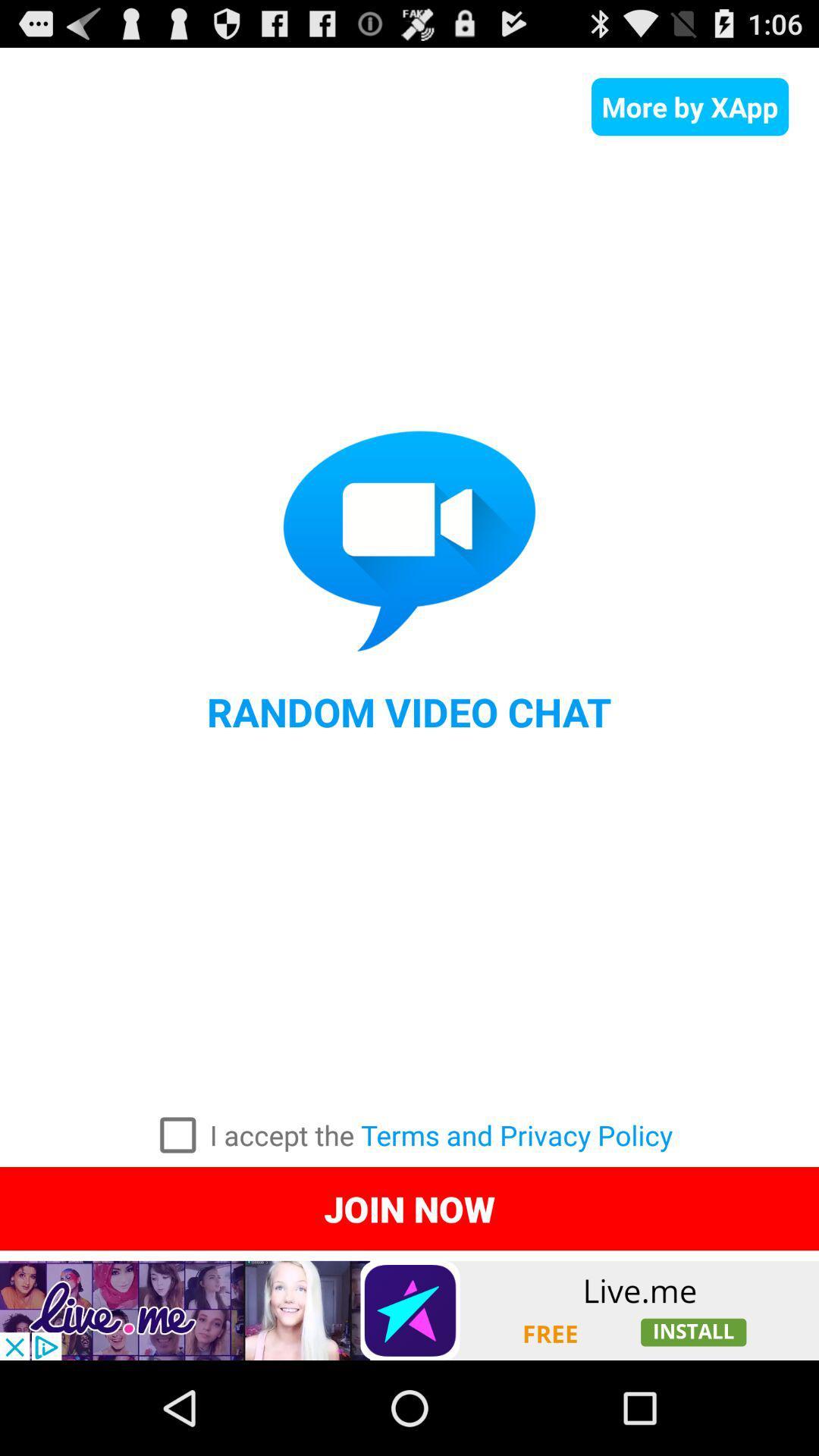 Image resolution: width=819 pixels, height=1456 pixels. Describe the element at coordinates (409, 1310) in the screenshot. I see `advertisement` at that location.